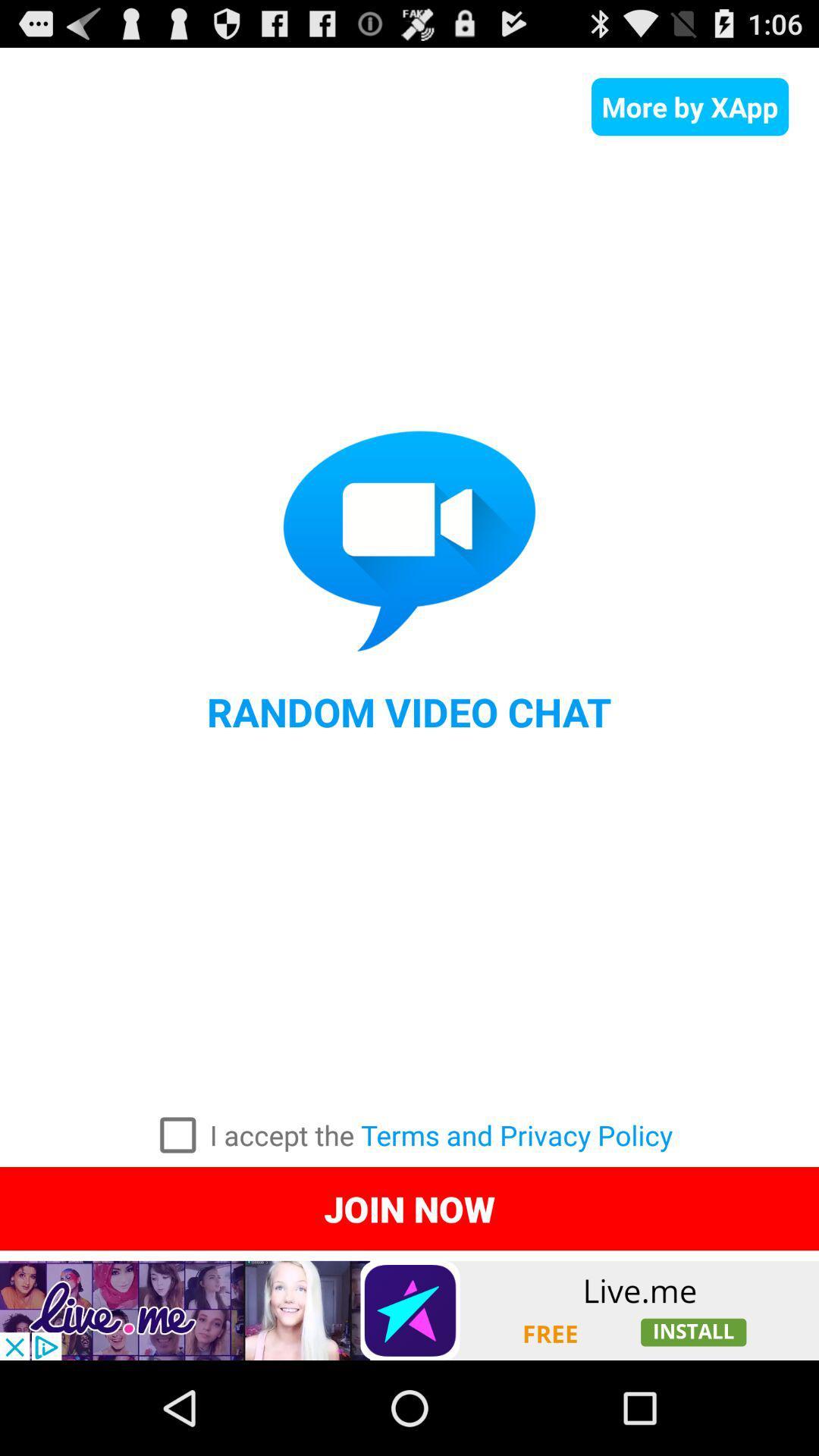 Image resolution: width=819 pixels, height=1456 pixels. Describe the element at coordinates (409, 1310) in the screenshot. I see `advertisement` at that location.